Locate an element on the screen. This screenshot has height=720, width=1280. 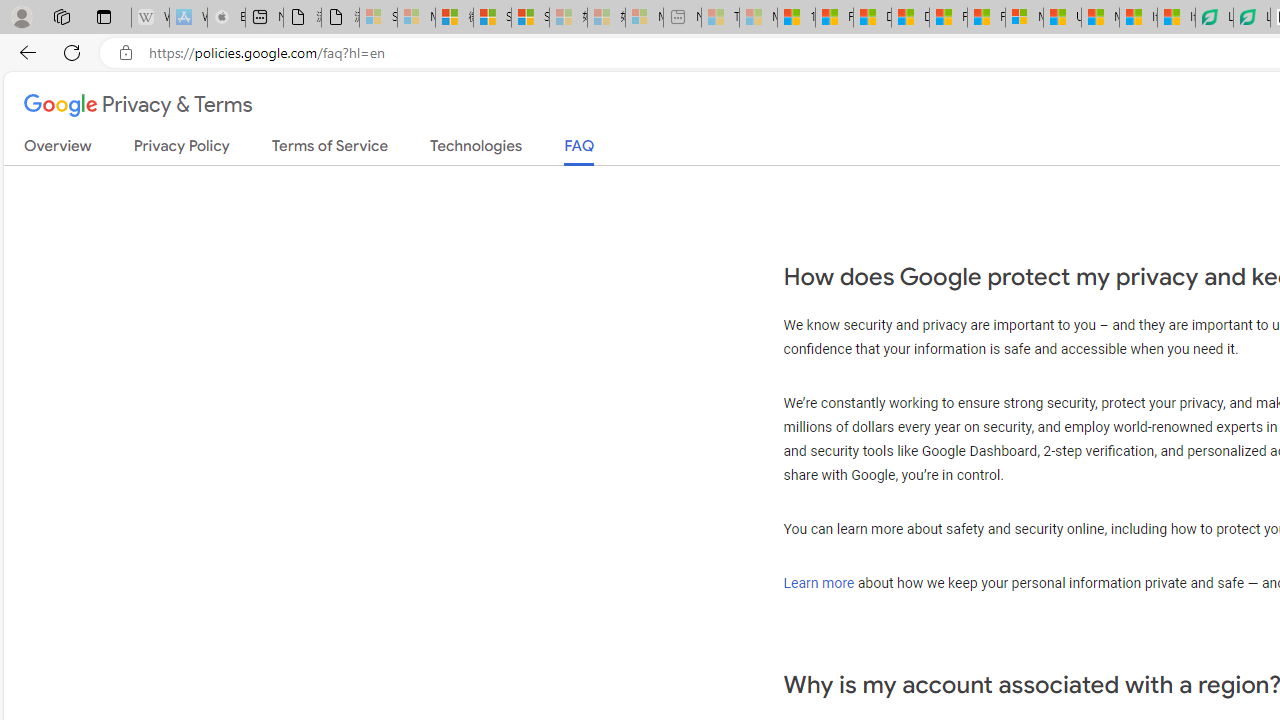
'LendingTree - Compare Lenders' is located at coordinates (1250, 17).